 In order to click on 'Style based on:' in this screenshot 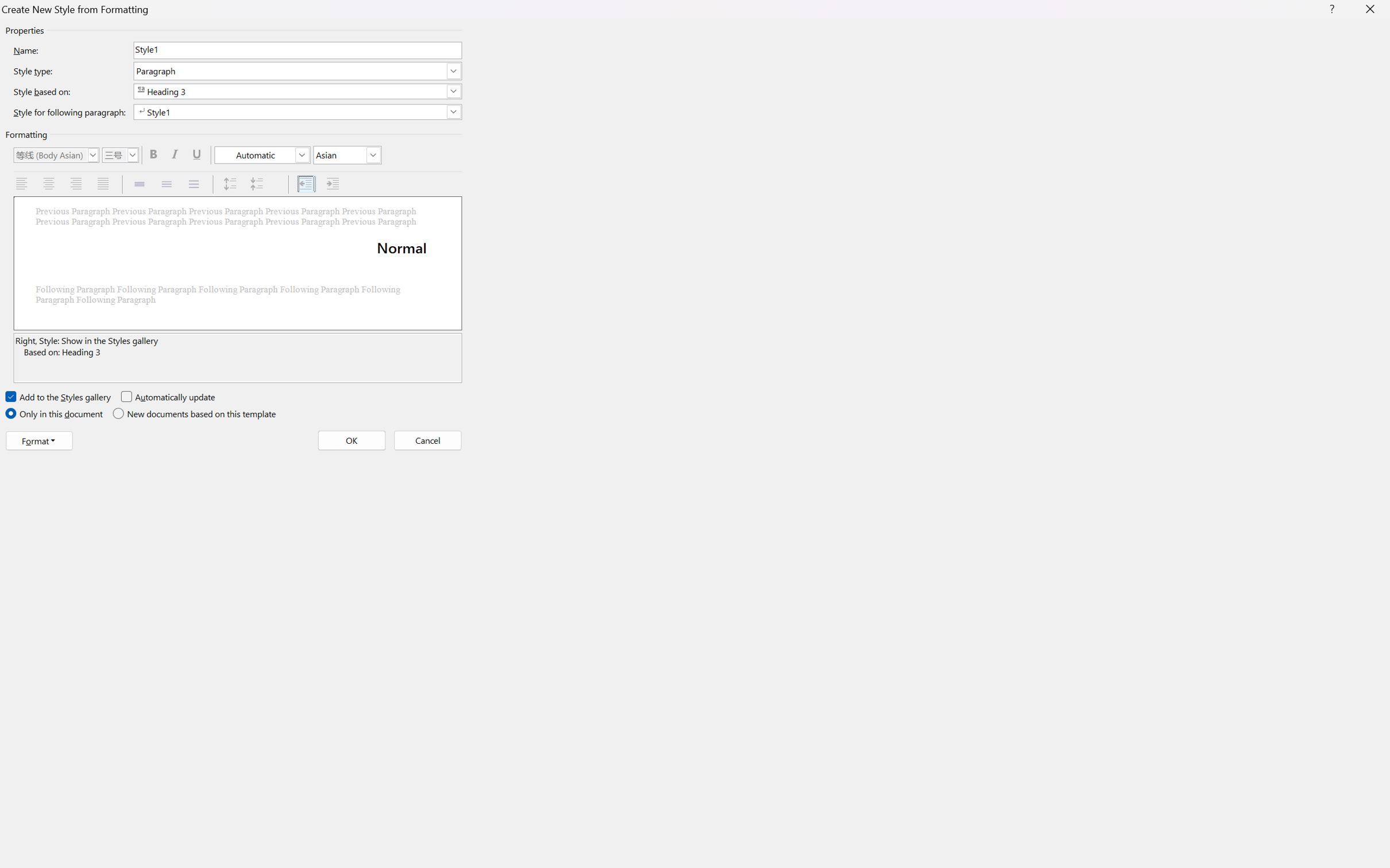, I will do `click(296, 91)`.